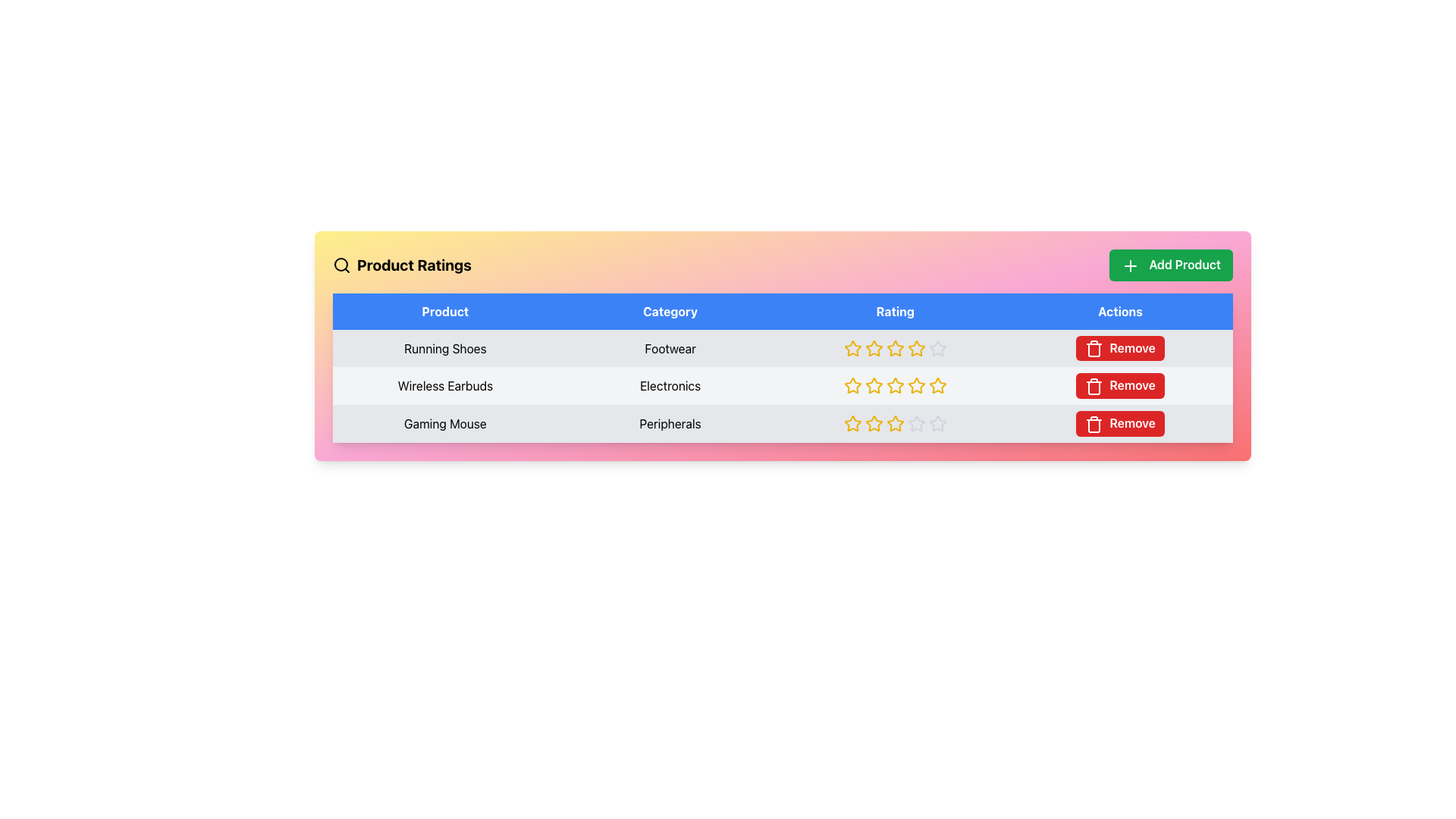  Describe the element at coordinates (444, 348) in the screenshot. I see `text label 'Running Shoes' located in the first row under the 'Product' column of the table` at that location.